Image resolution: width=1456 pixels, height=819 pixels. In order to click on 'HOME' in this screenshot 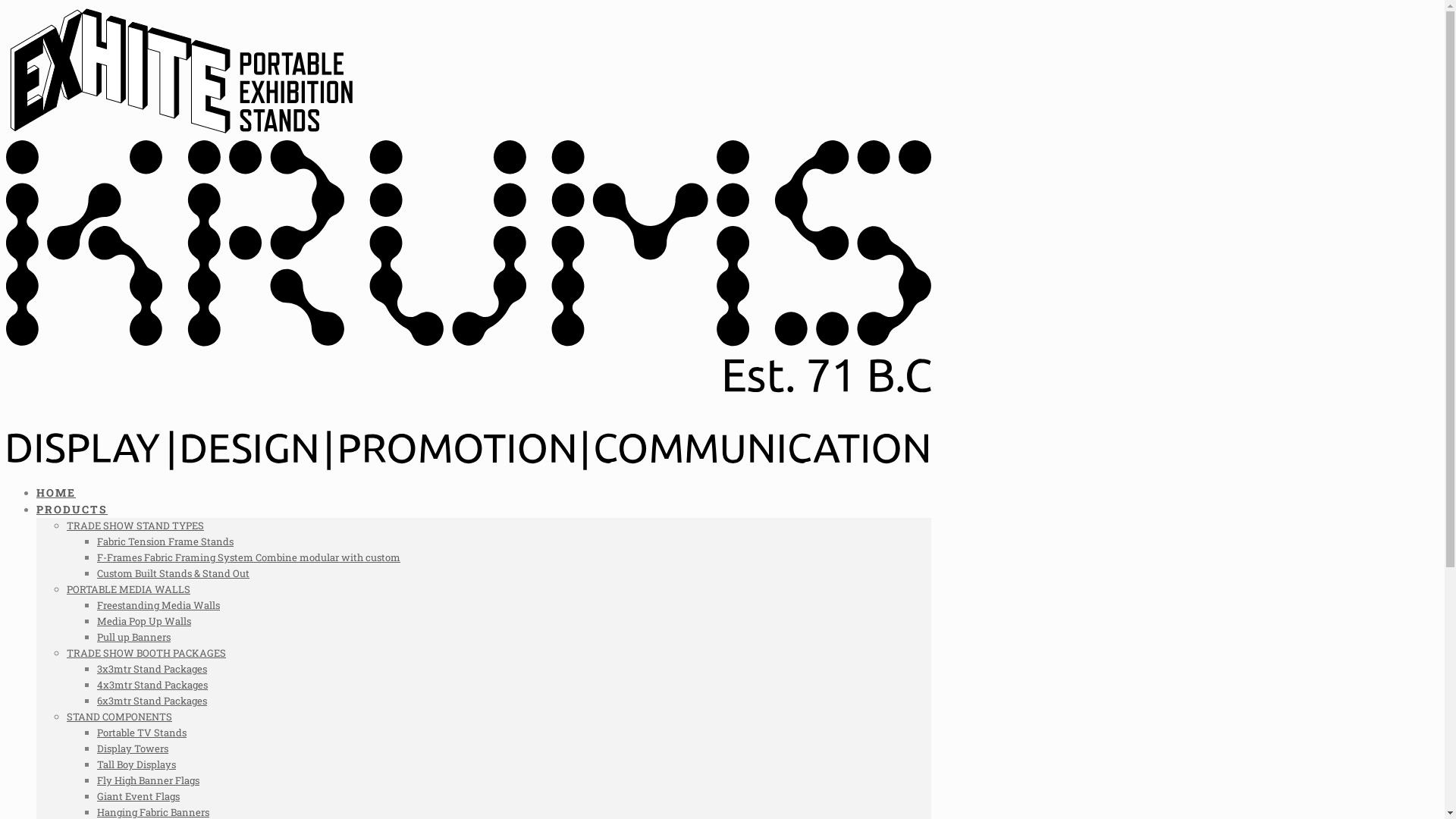, I will do `click(55, 492)`.